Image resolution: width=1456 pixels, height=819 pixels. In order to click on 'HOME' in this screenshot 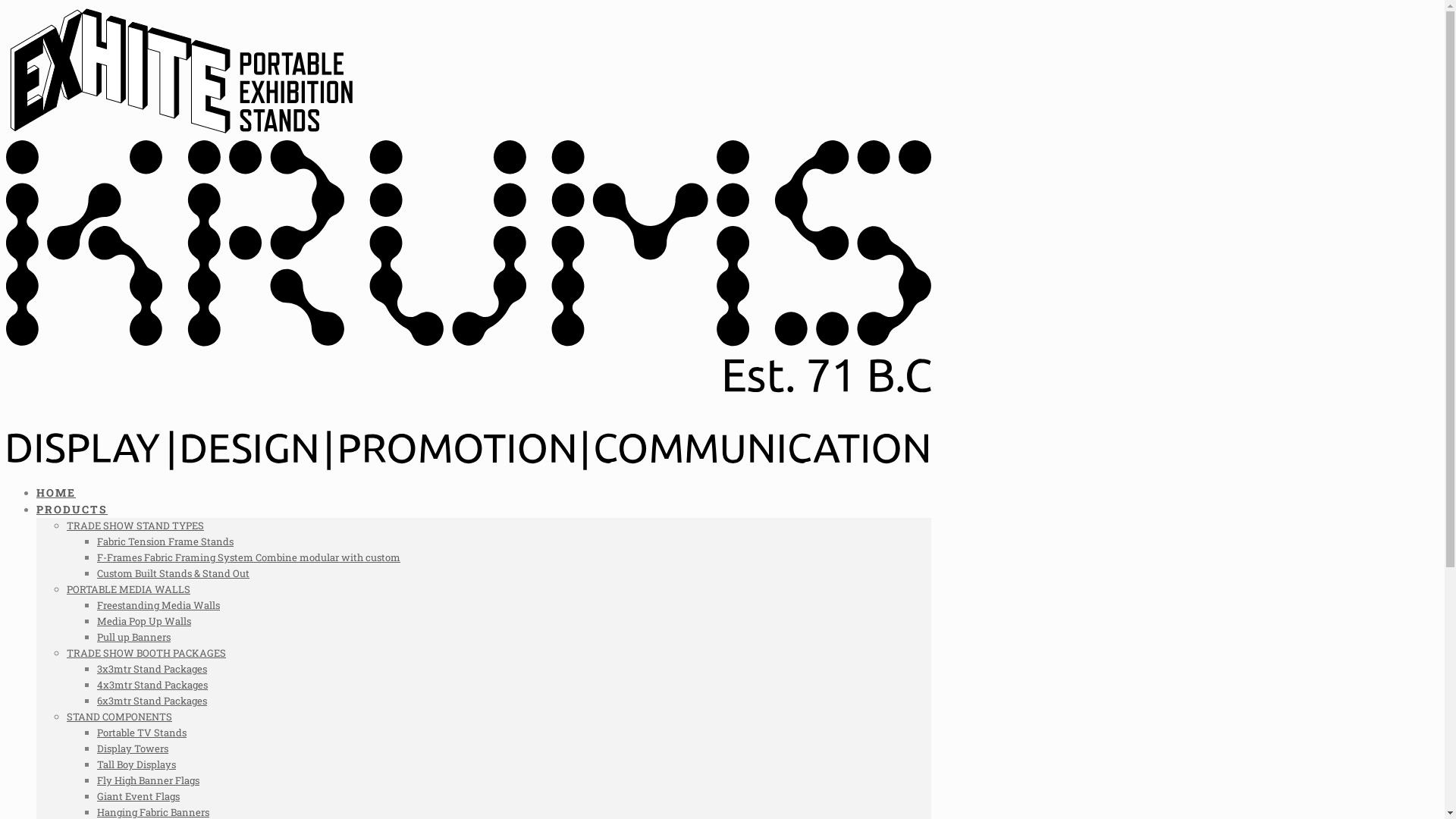, I will do `click(55, 492)`.